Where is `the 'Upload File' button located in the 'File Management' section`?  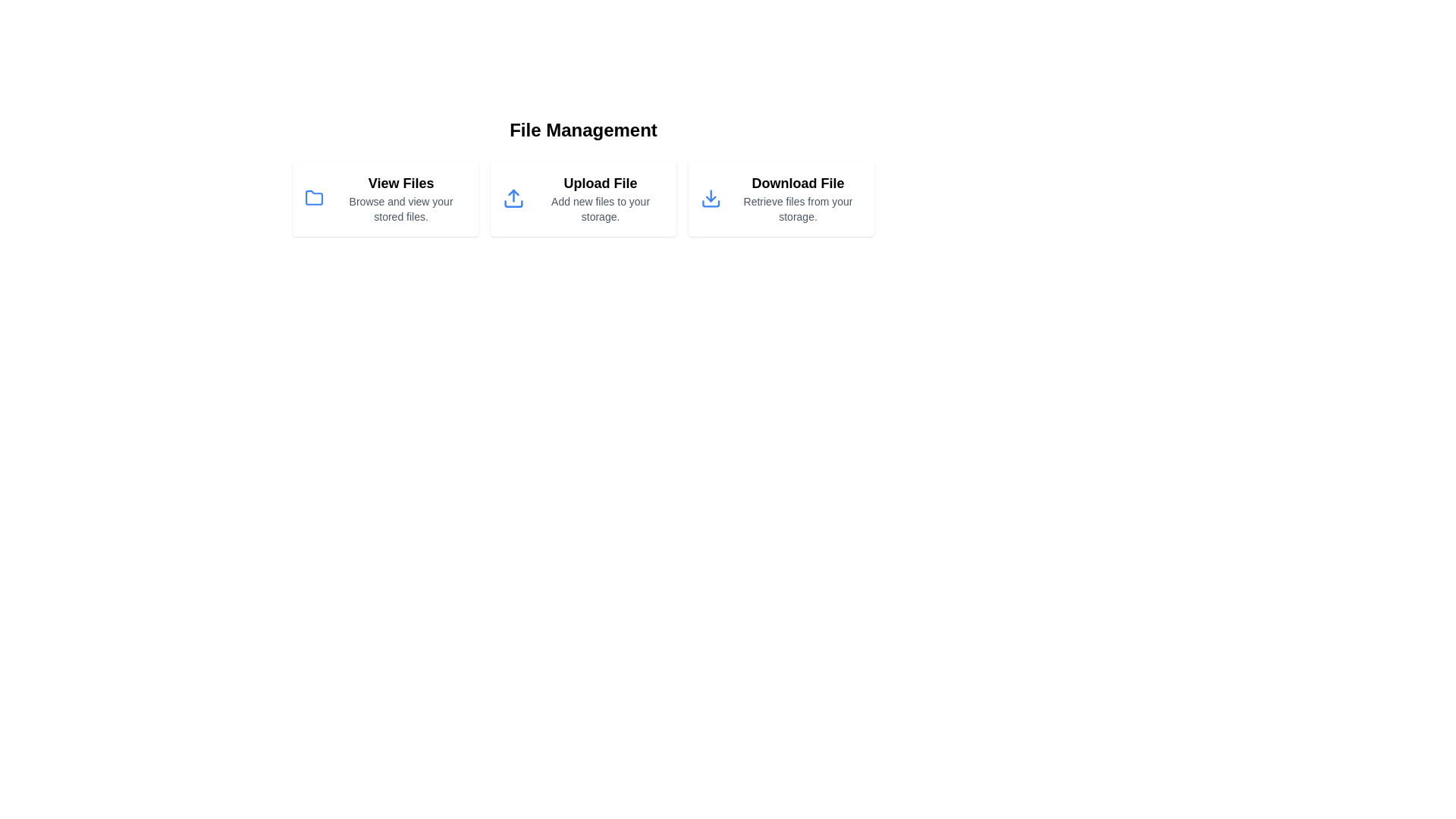 the 'Upload File' button located in the 'File Management' section is located at coordinates (582, 198).